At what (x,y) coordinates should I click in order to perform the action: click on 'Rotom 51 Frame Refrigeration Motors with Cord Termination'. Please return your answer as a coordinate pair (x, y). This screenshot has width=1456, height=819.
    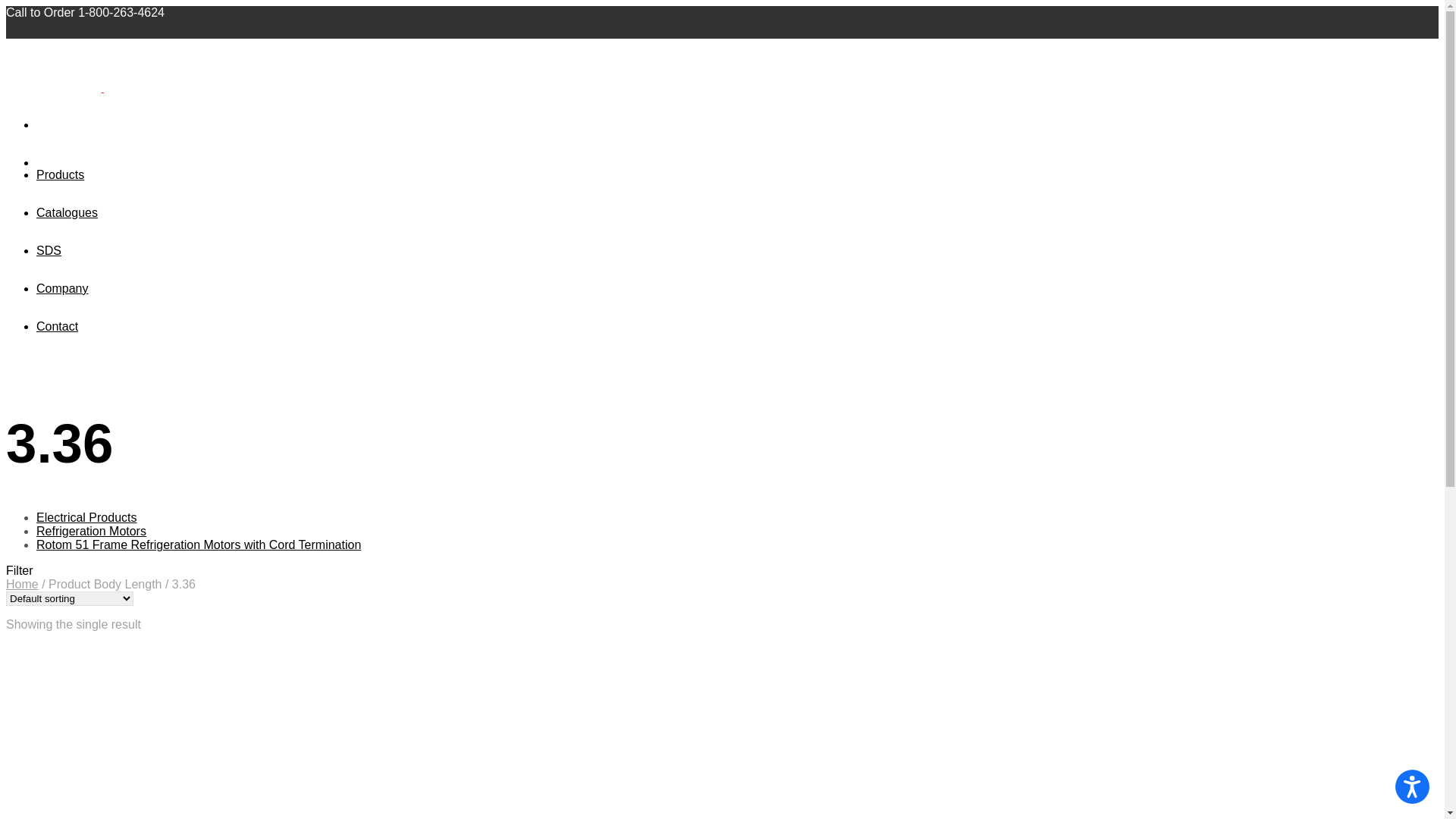
    Looking at the image, I should click on (198, 544).